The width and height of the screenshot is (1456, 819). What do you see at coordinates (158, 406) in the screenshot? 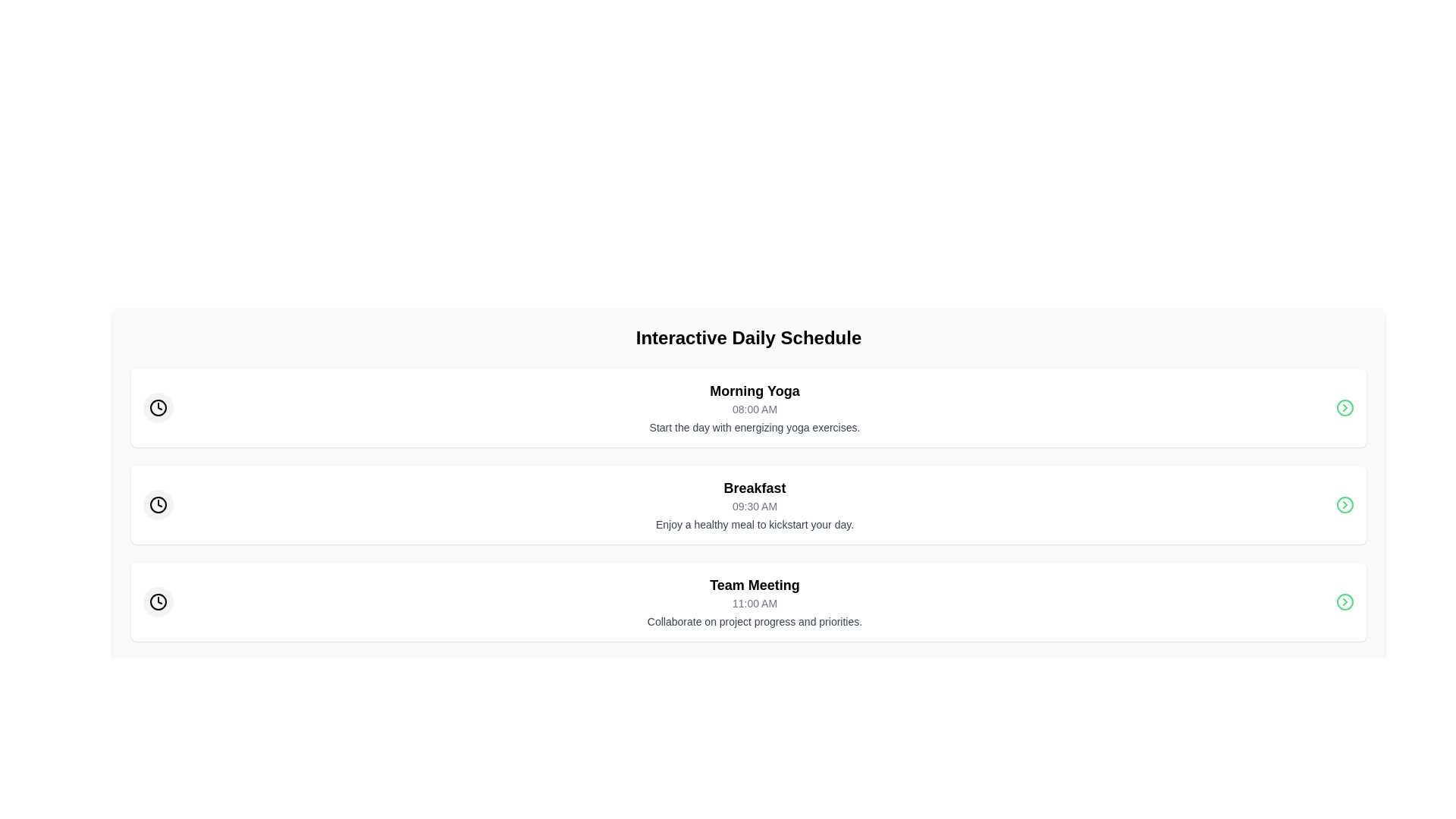
I see `the circular icon with a light gray background and black clock symbol located at the top-left corner of the 'Morning Yoga' entry in the interactive daily schedule card` at bounding box center [158, 406].